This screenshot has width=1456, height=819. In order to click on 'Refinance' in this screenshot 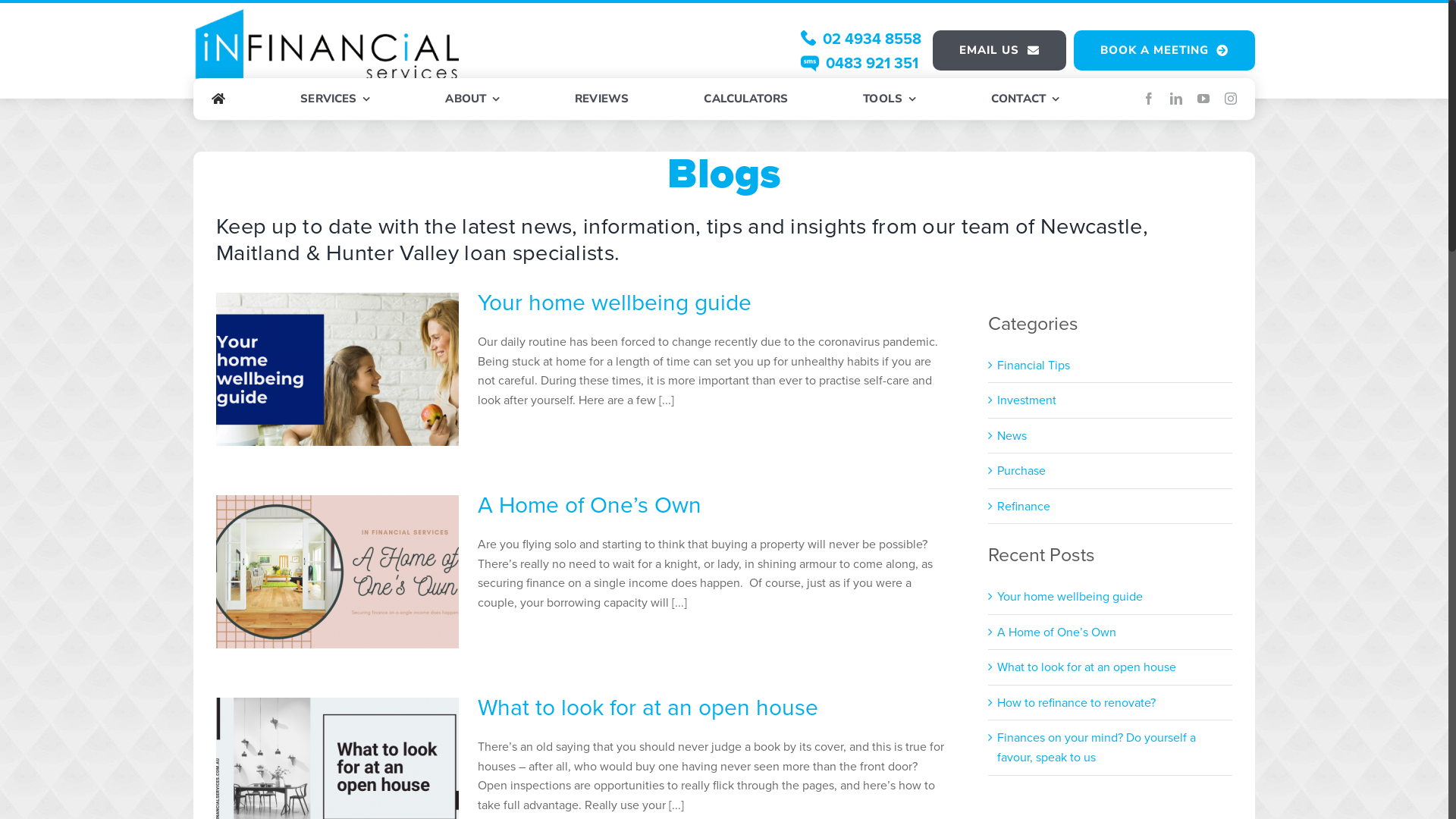, I will do `click(997, 506)`.